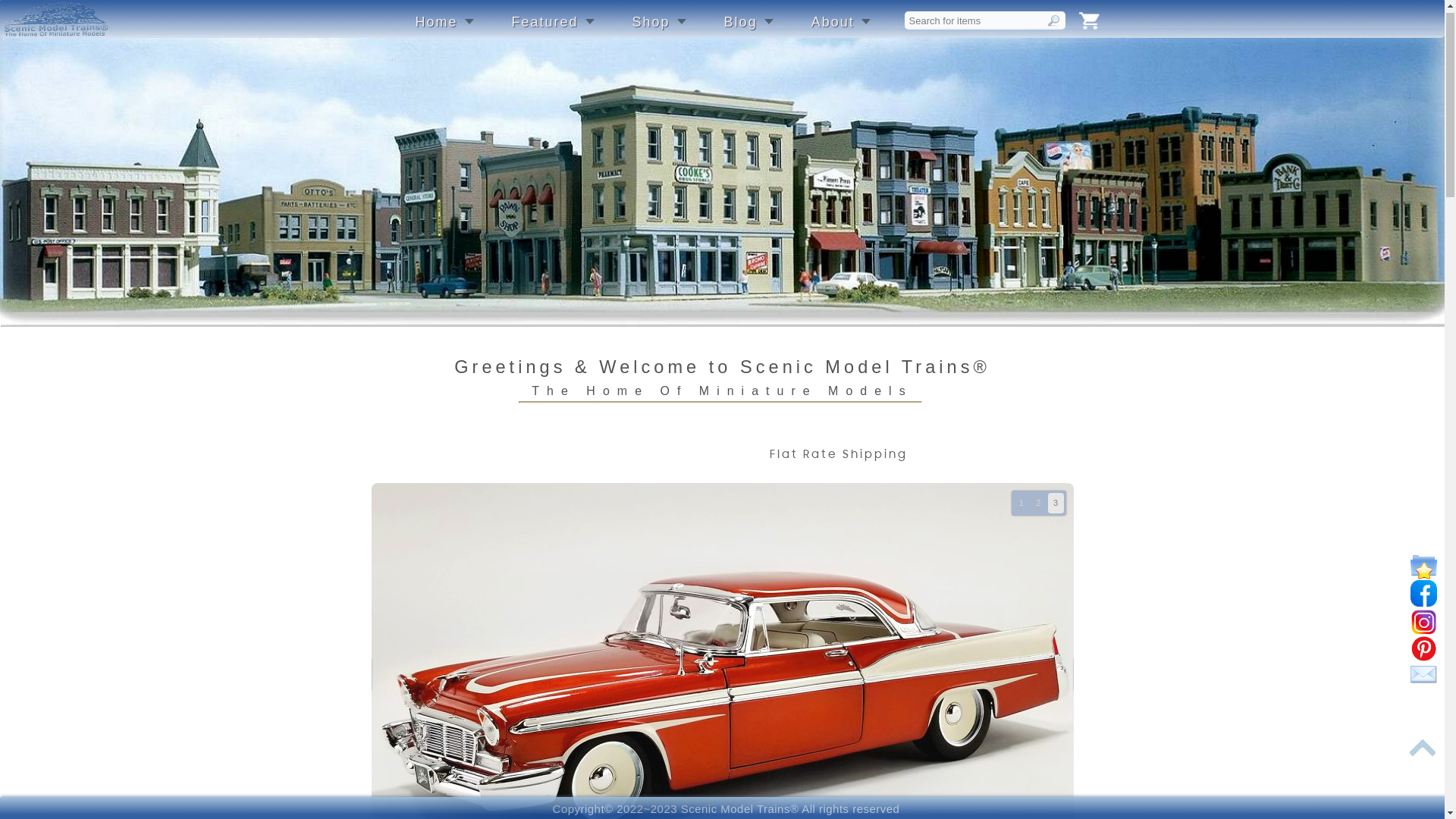  I want to click on 'About', so click(839, 30).